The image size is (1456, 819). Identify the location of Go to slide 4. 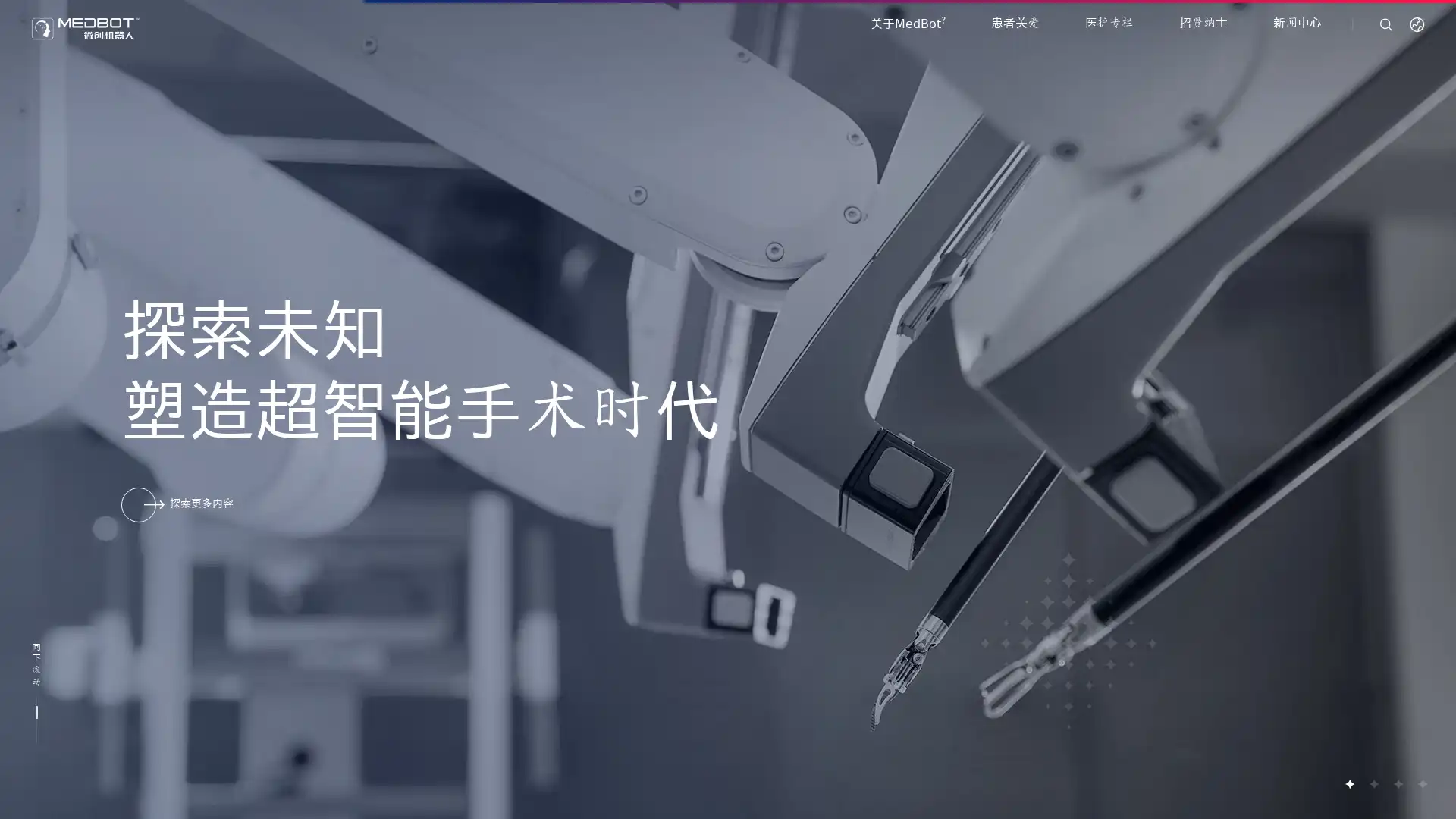
(1421, 783).